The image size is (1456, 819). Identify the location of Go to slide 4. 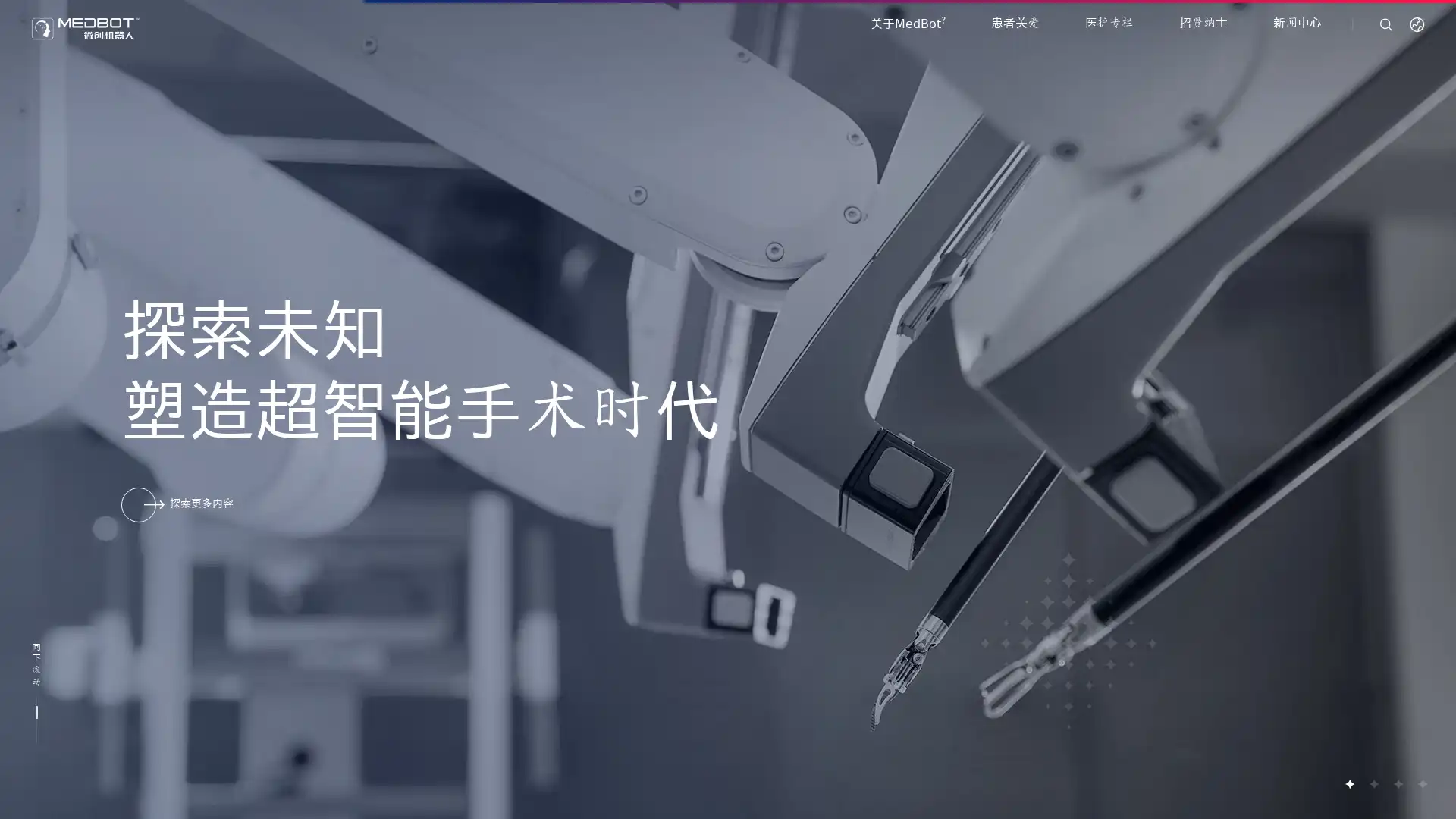
(1421, 783).